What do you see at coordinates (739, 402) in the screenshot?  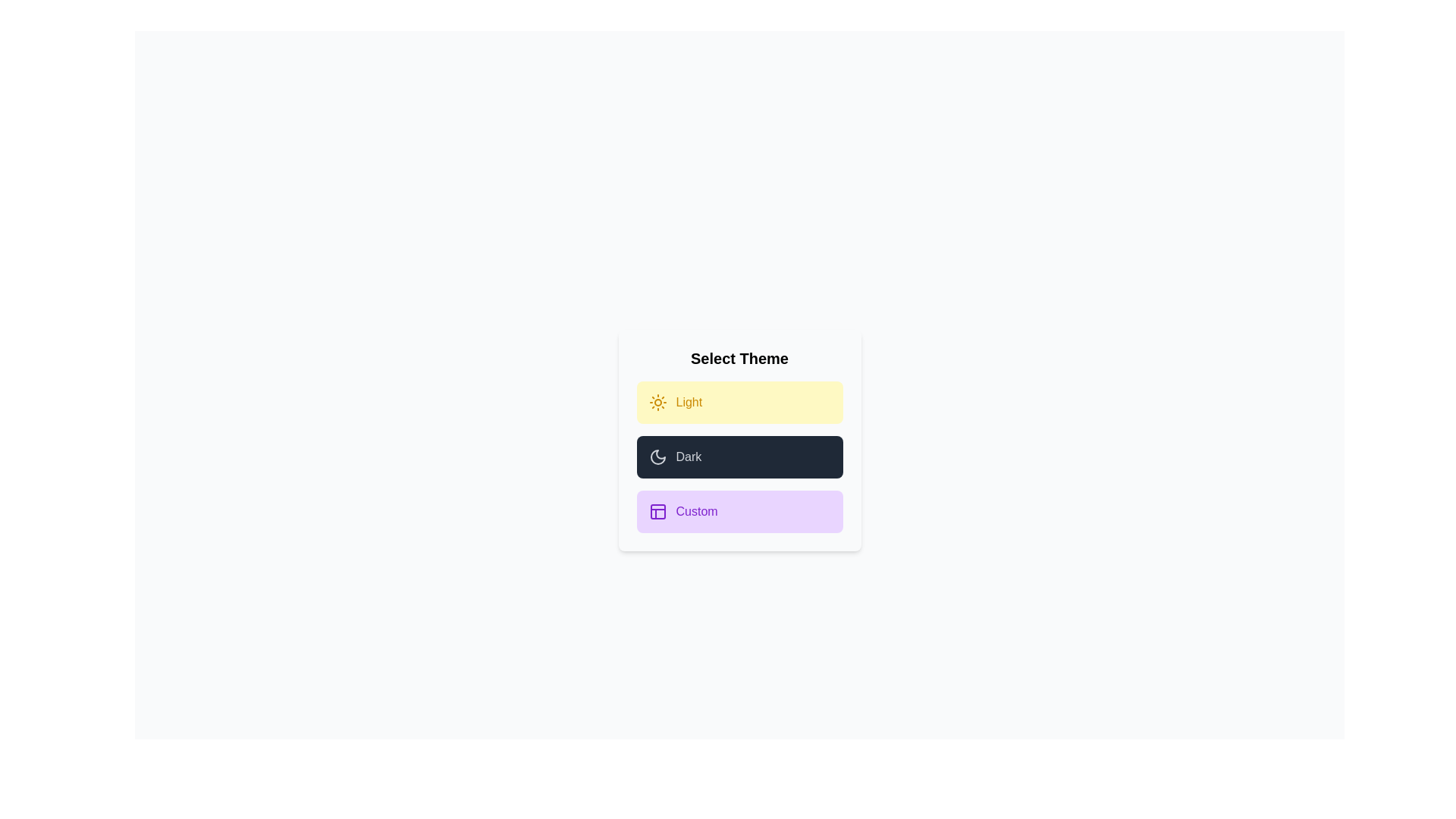 I see `the 'Light' button in the vertical theme selection menu` at bounding box center [739, 402].